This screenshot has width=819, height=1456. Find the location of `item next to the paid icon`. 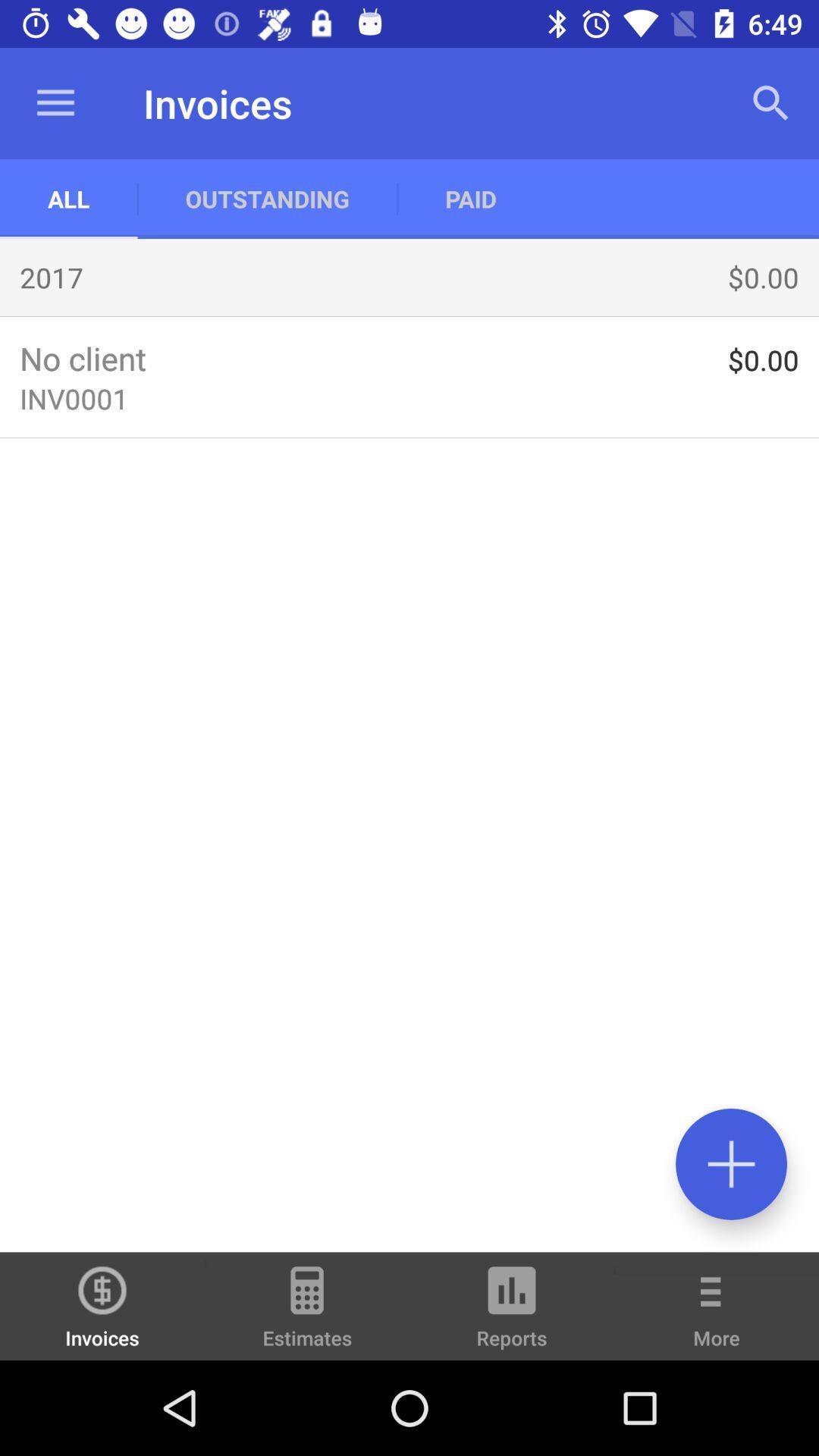

item next to the paid icon is located at coordinates (266, 198).